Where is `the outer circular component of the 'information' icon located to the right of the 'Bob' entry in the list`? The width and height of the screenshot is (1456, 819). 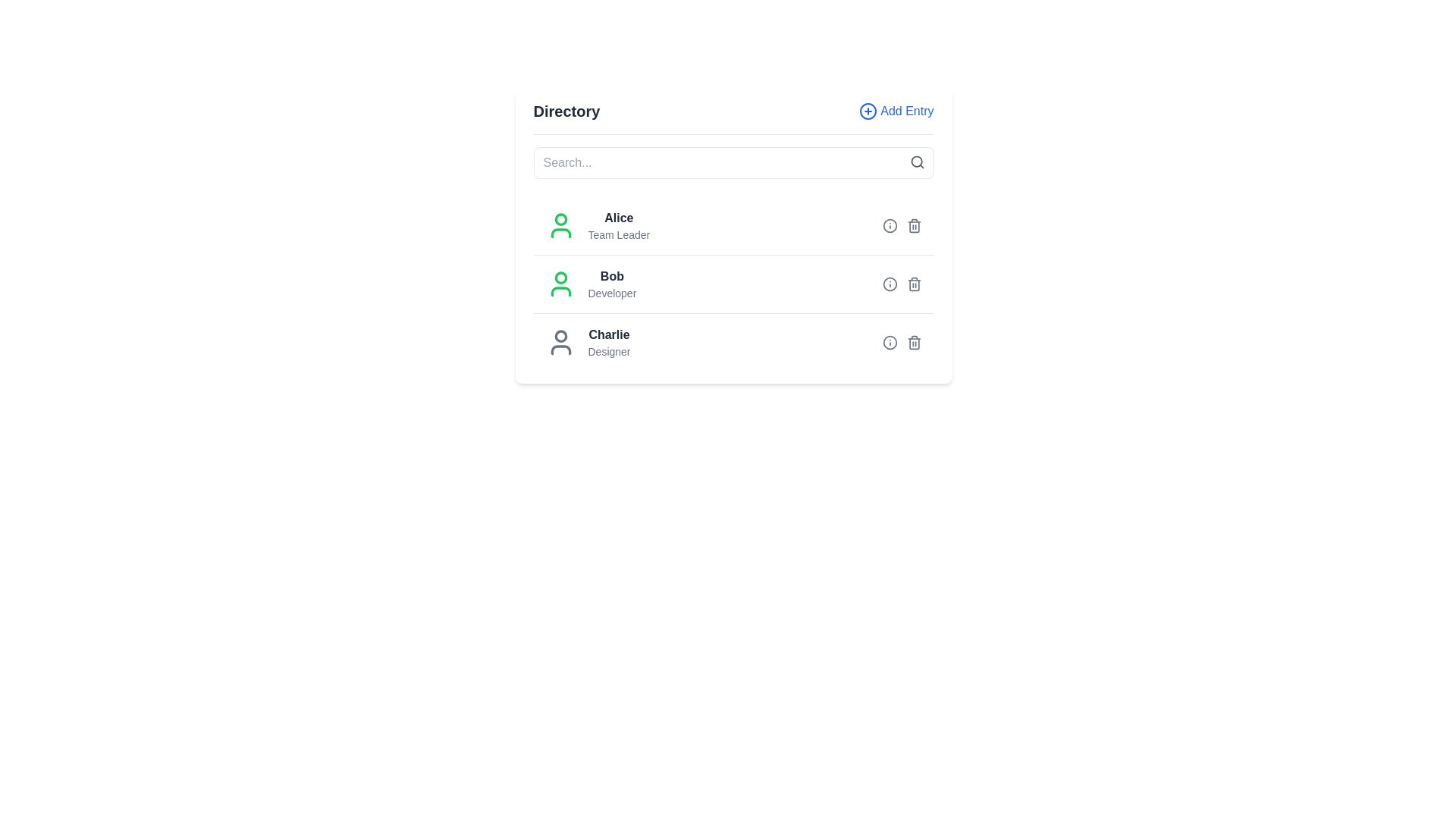 the outer circular component of the 'information' icon located to the right of the 'Bob' entry in the list is located at coordinates (890, 284).